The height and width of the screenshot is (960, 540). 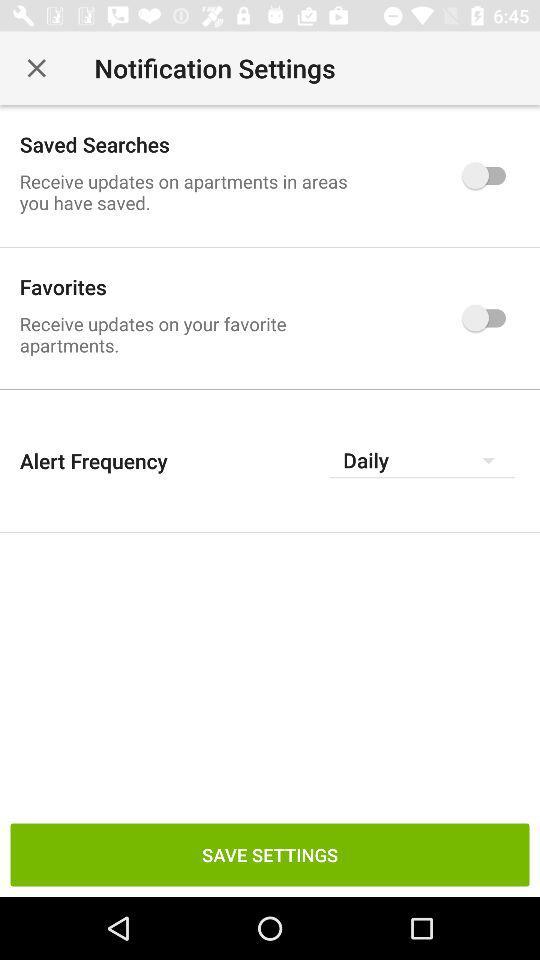 I want to click on icon at the top left corner, so click(x=36, y=68).